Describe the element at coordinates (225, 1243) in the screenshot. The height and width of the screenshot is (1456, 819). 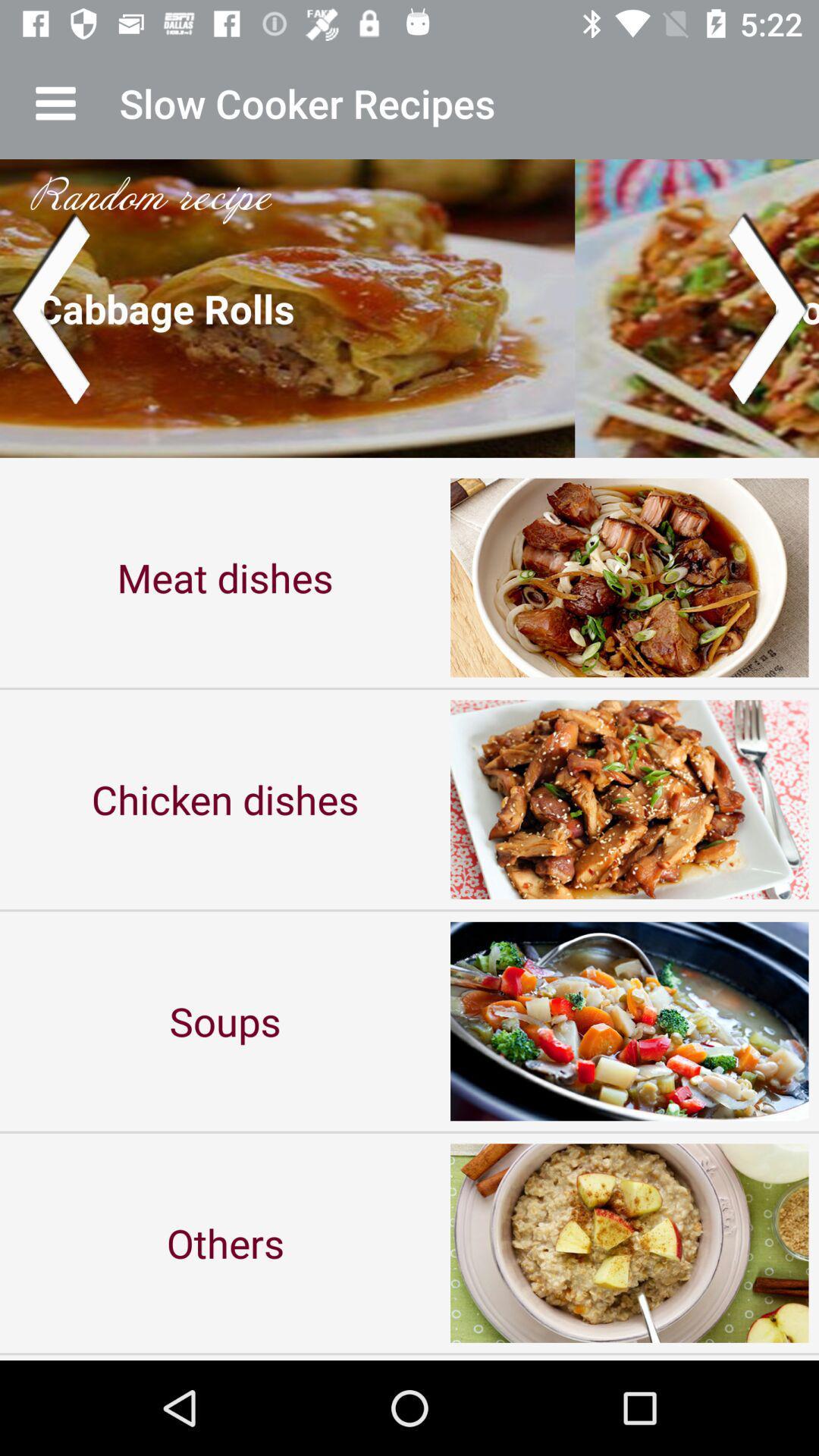
I see `the others icon` at that location.